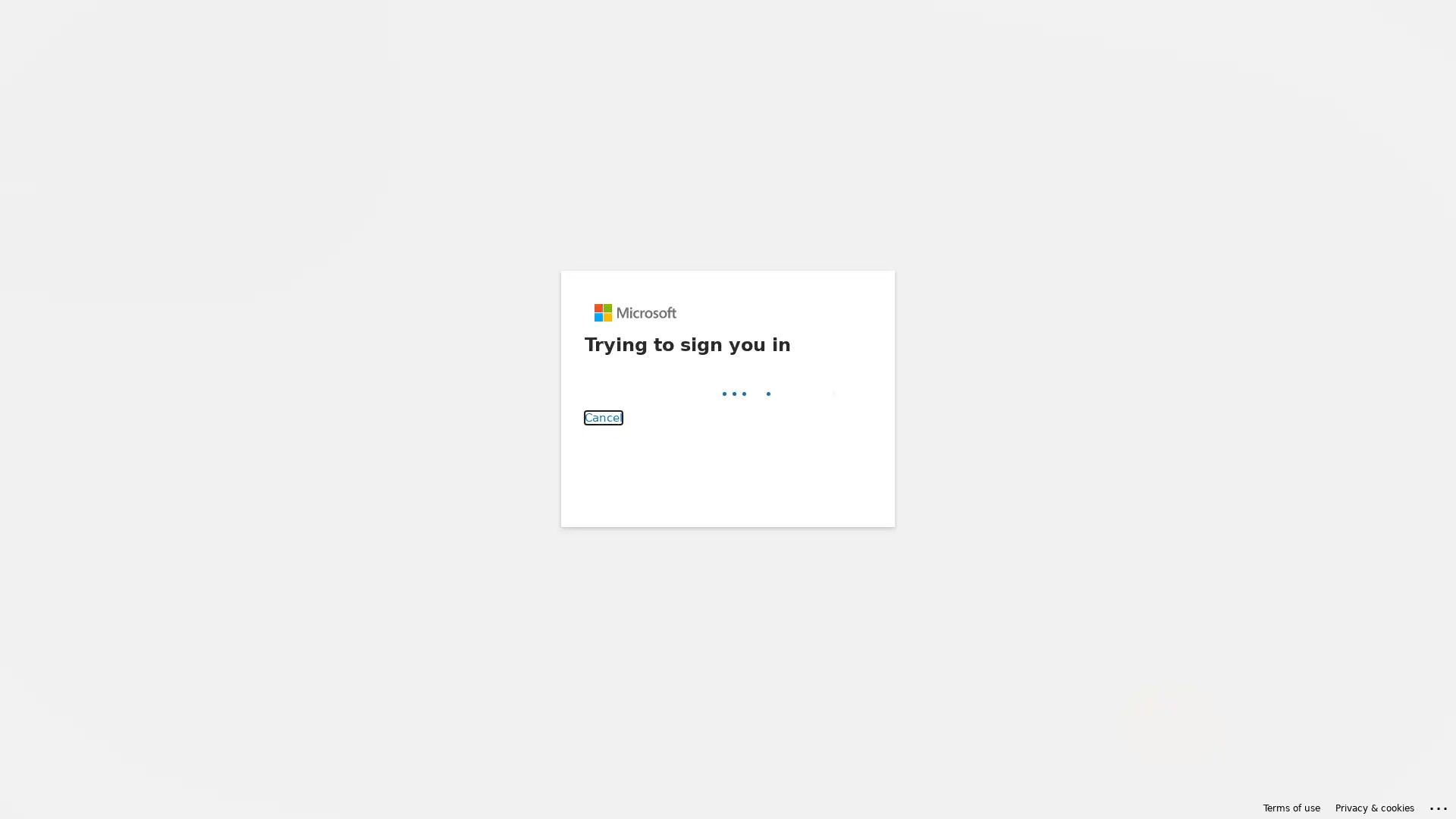 This screenshot has height=819, width=1456. What do you see at coordinates (735, 452) in the screenshot?
I see `Back` at bounding box center [735, 452].